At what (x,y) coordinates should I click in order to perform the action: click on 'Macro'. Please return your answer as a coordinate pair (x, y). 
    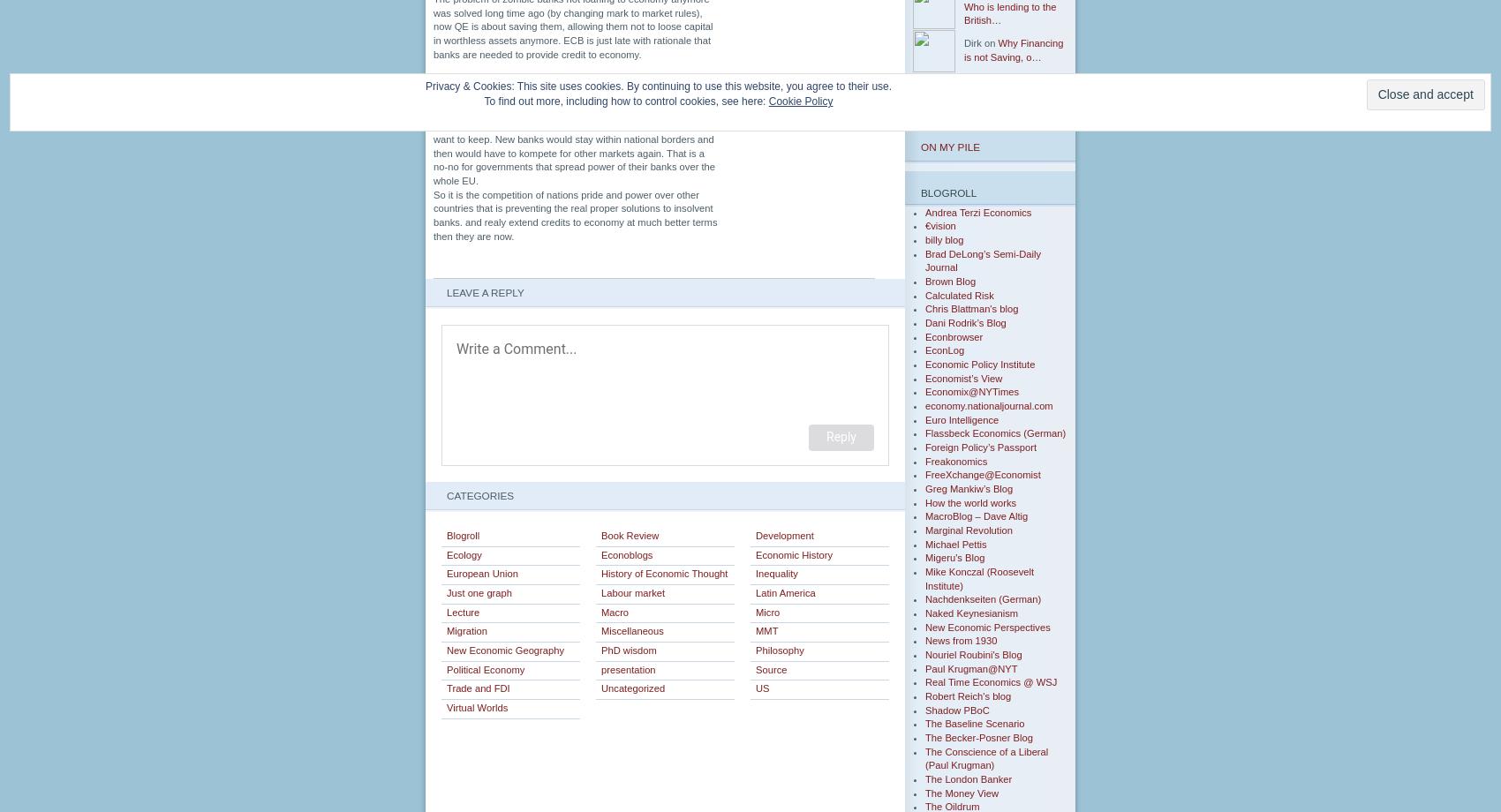
    Looking at the image, I should click on (615, 612).